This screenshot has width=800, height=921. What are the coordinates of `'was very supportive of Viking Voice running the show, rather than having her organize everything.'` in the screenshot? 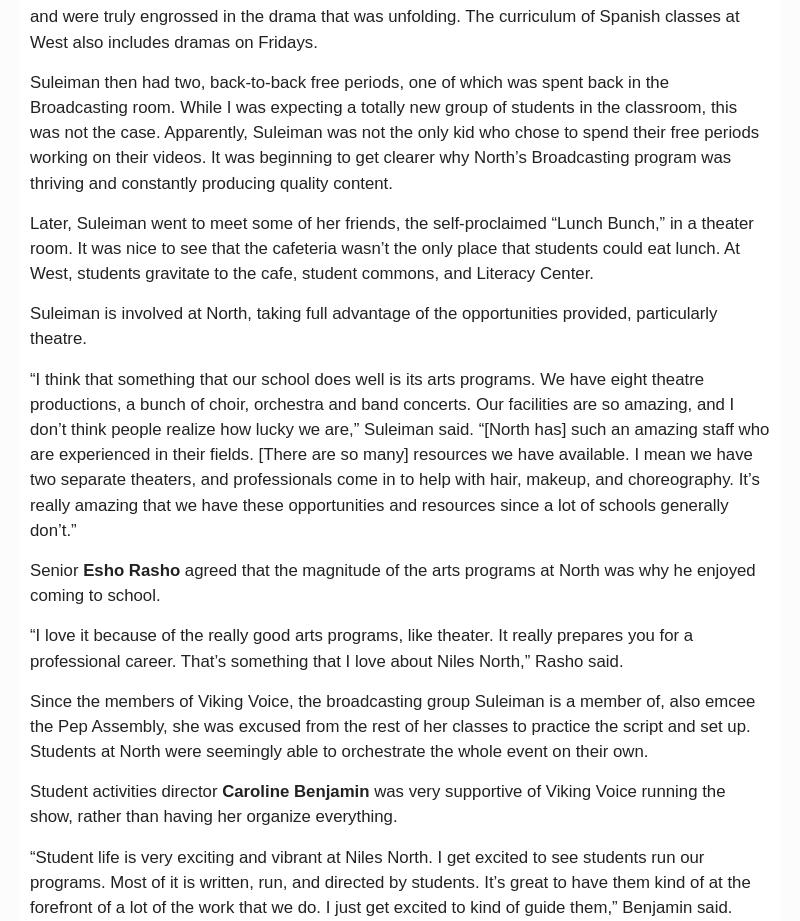 It's located at (376, 803).